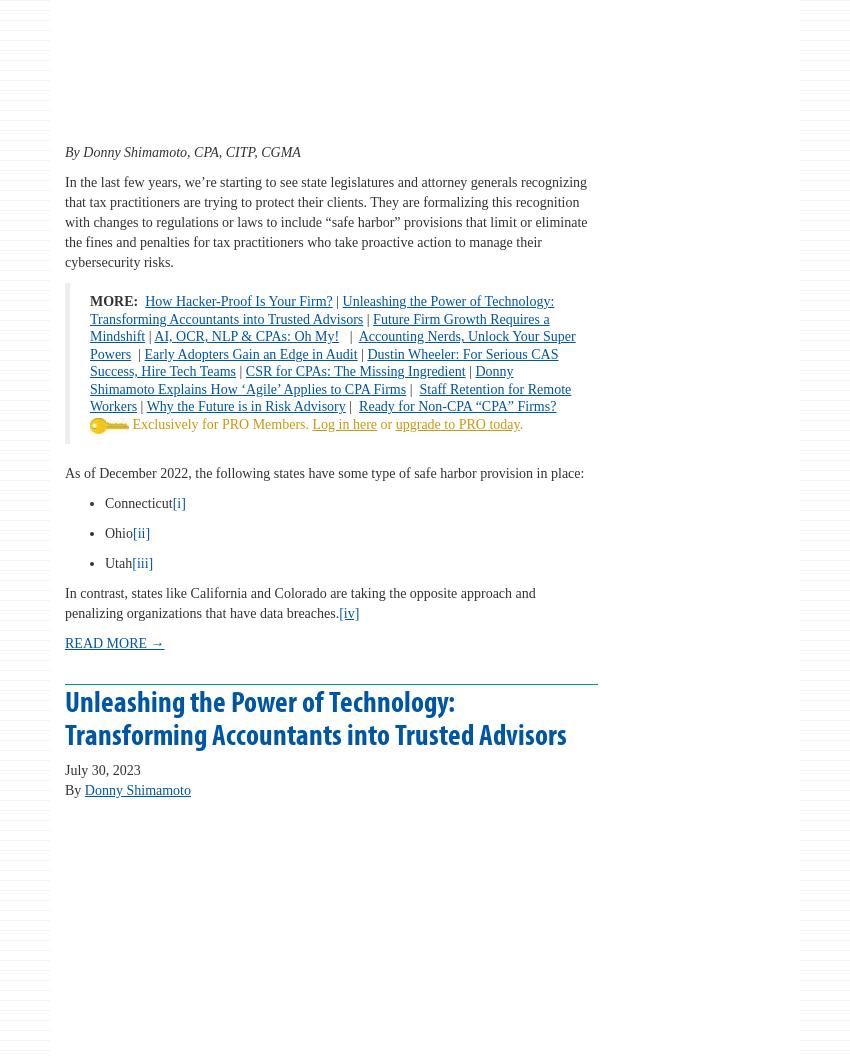 The height and width of the screenshot is (1056, 850). What do you see at coordinates (301, 378) in the screenshot?
I see `'Donny Shimamoto Explains How ‘Agile’ Applies to CPA Firms'` at bounding box center [301, 378].